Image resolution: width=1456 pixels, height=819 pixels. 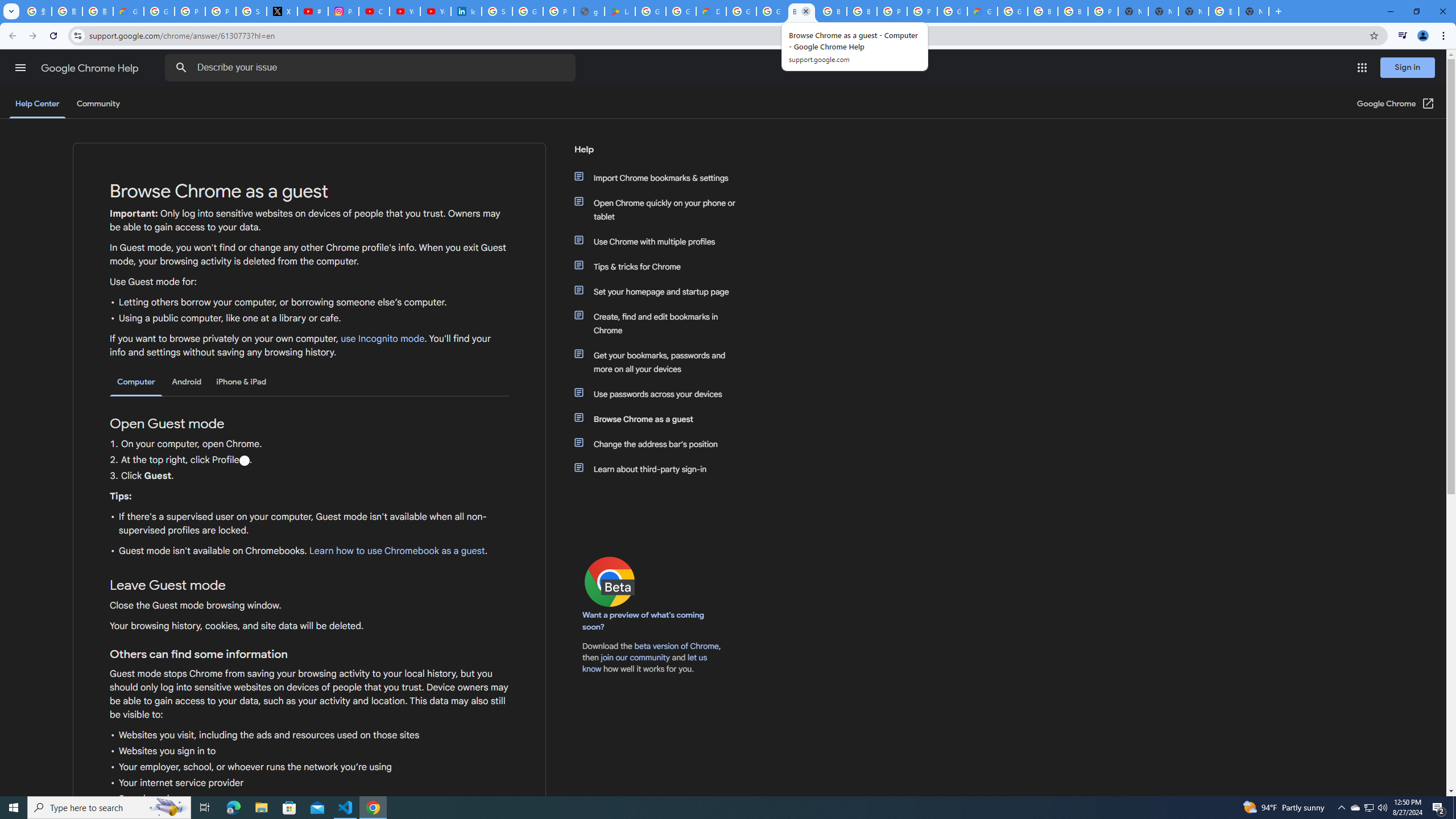 I want to click on 'New Tab', so click(x=1254, y=11).